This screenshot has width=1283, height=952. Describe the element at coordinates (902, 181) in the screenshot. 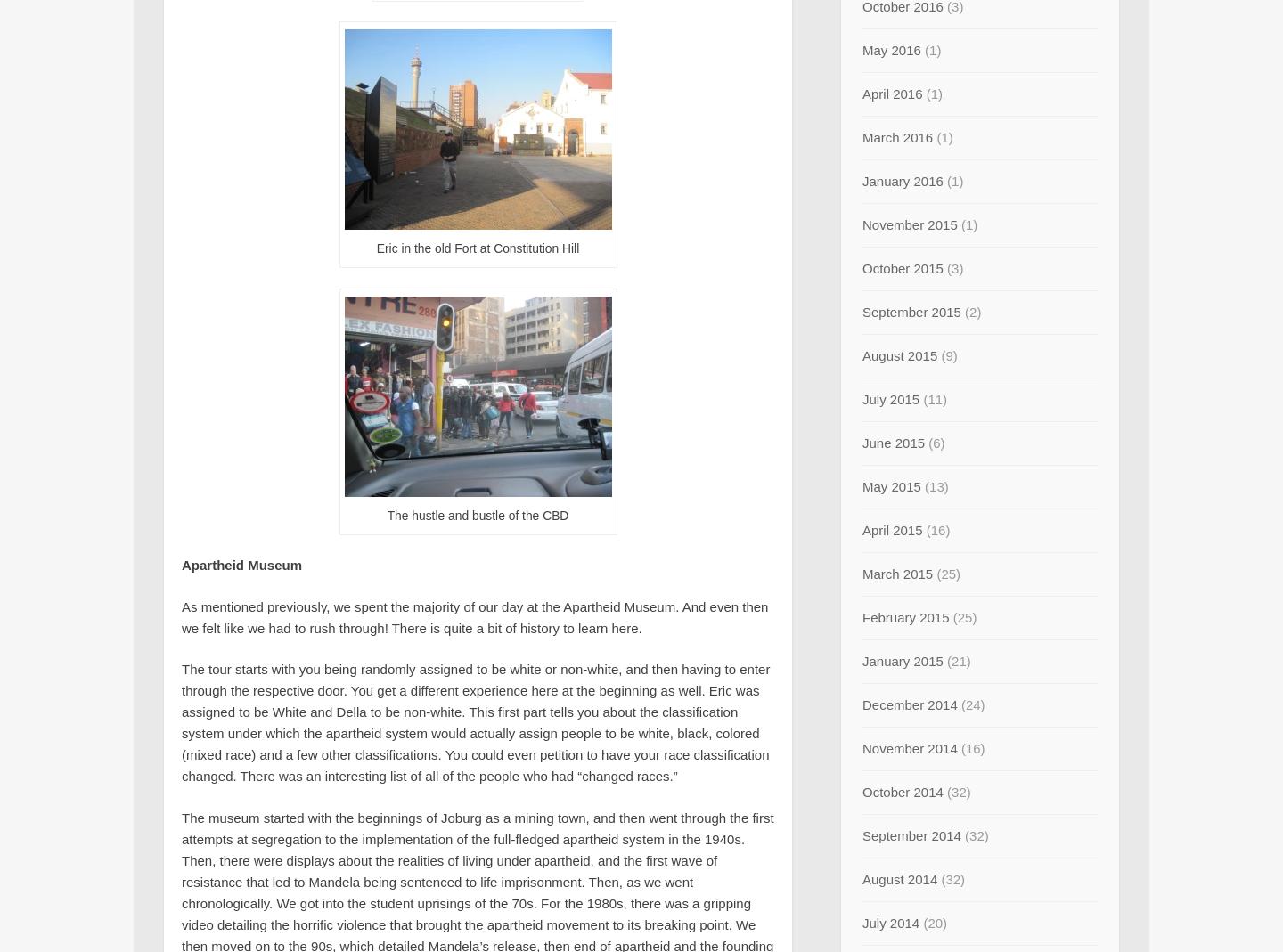

I see `'January 2016'` at that location.